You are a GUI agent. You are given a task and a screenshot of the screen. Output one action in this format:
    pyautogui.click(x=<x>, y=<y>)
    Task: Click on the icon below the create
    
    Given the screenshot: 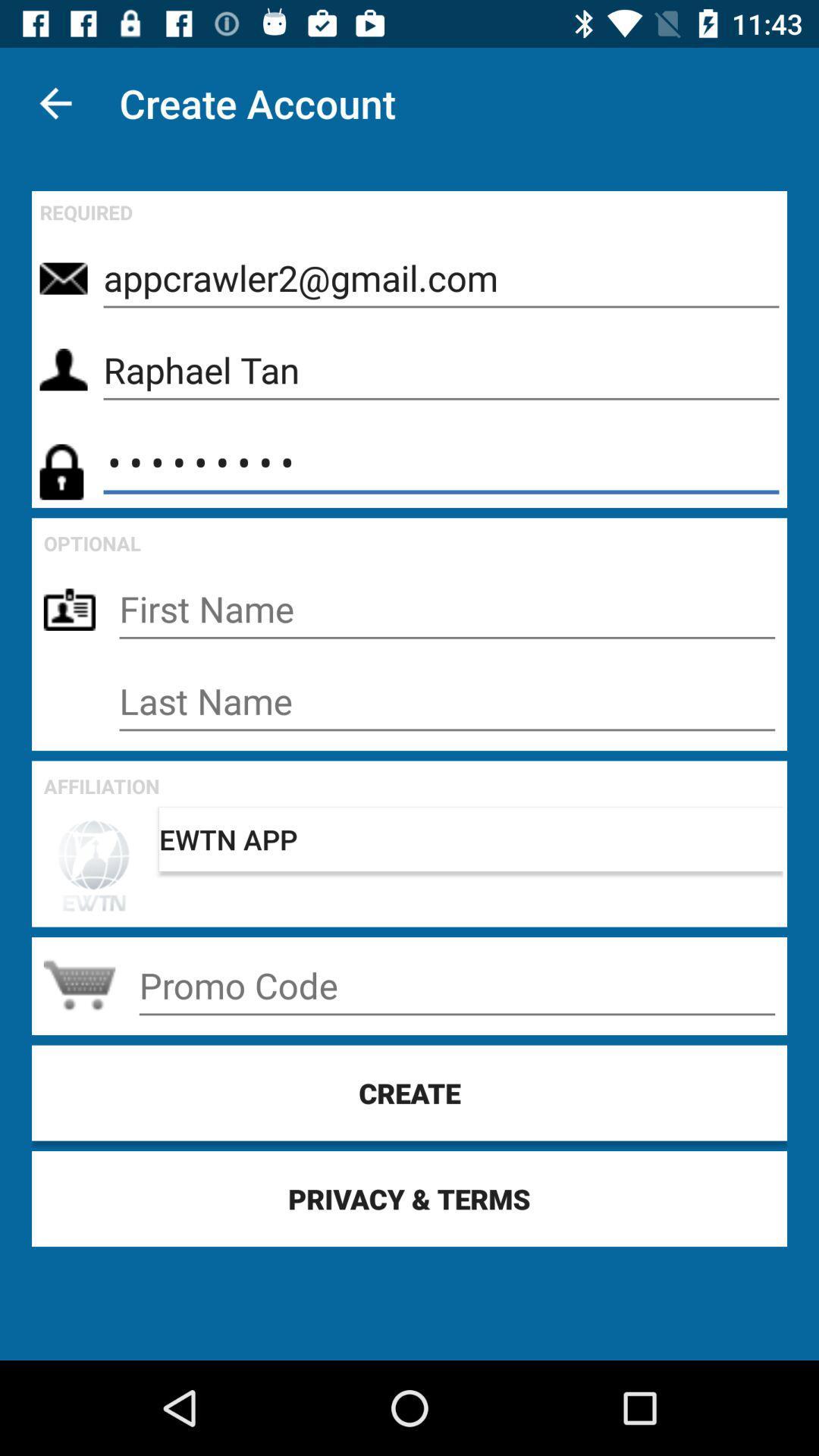 What is the action you would take?
    pyautogui.click(x=409, y=1197)
    